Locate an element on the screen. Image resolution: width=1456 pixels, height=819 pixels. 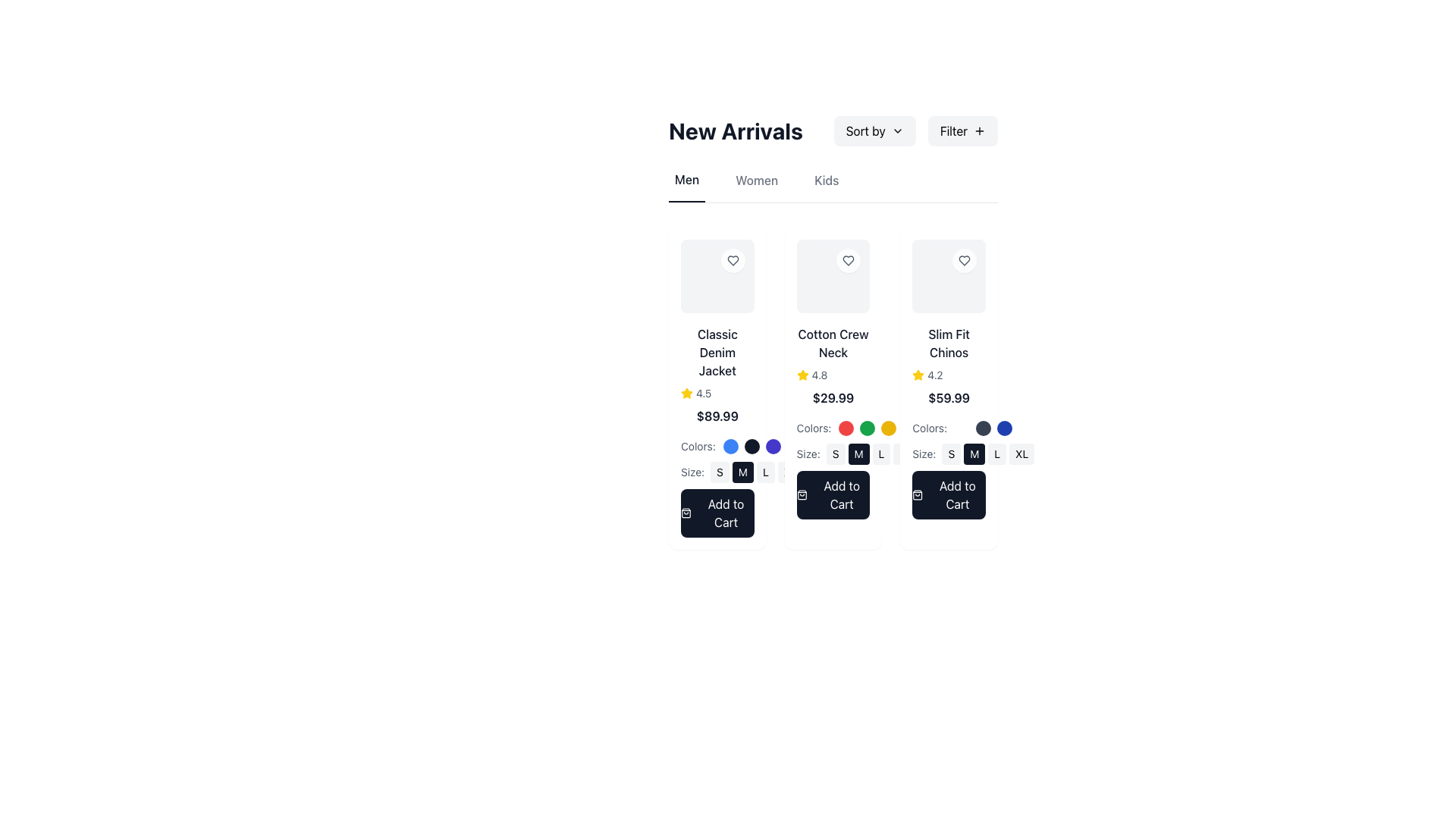
the interactive black color selector circle, which is the second option in the color selection group for the 'Classic Denim Jacket' product card is located at coordinates (752, 445).